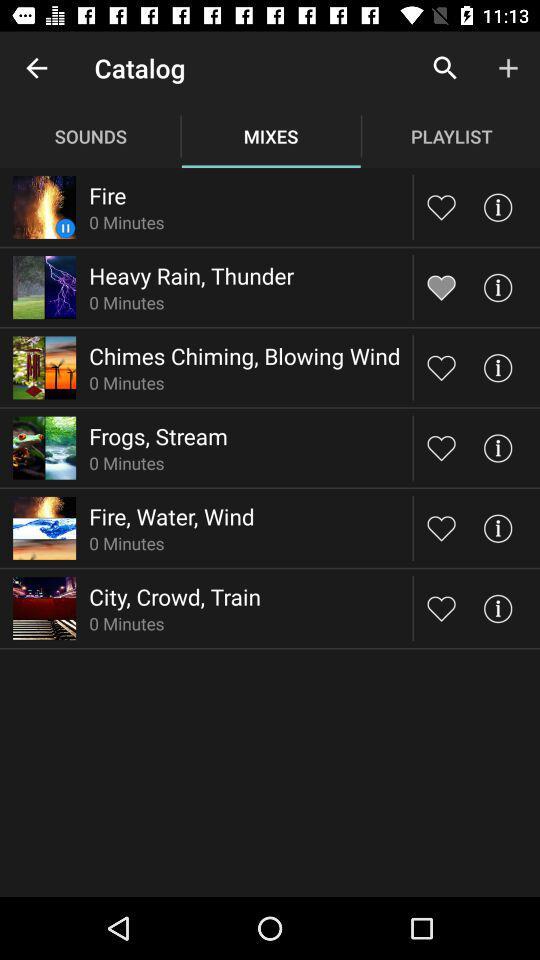  I want to click on get information, so click(496, 448).